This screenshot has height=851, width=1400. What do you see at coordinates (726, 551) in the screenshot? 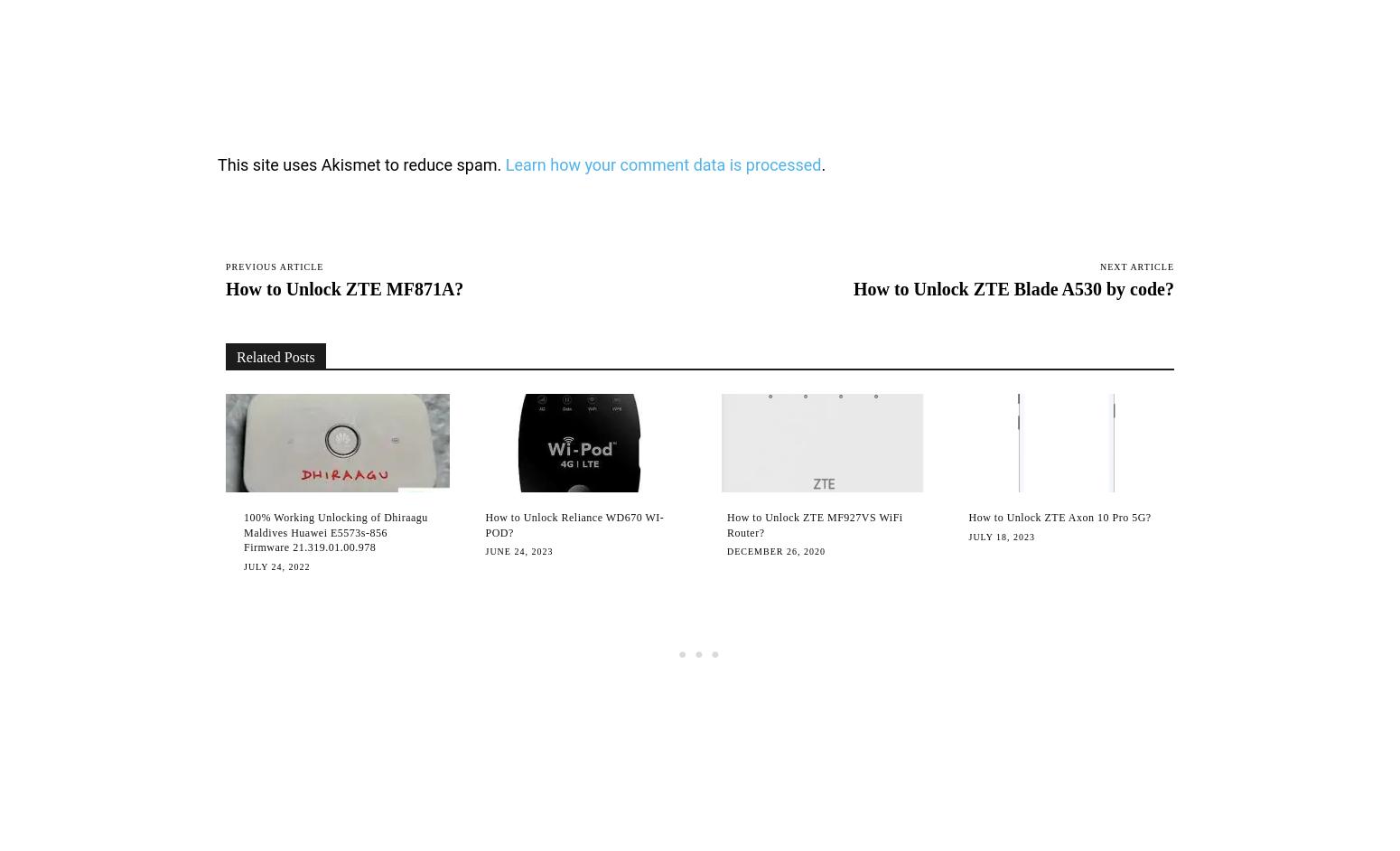
I see `'December 26, 2020'` at bounding box center [726, 551].